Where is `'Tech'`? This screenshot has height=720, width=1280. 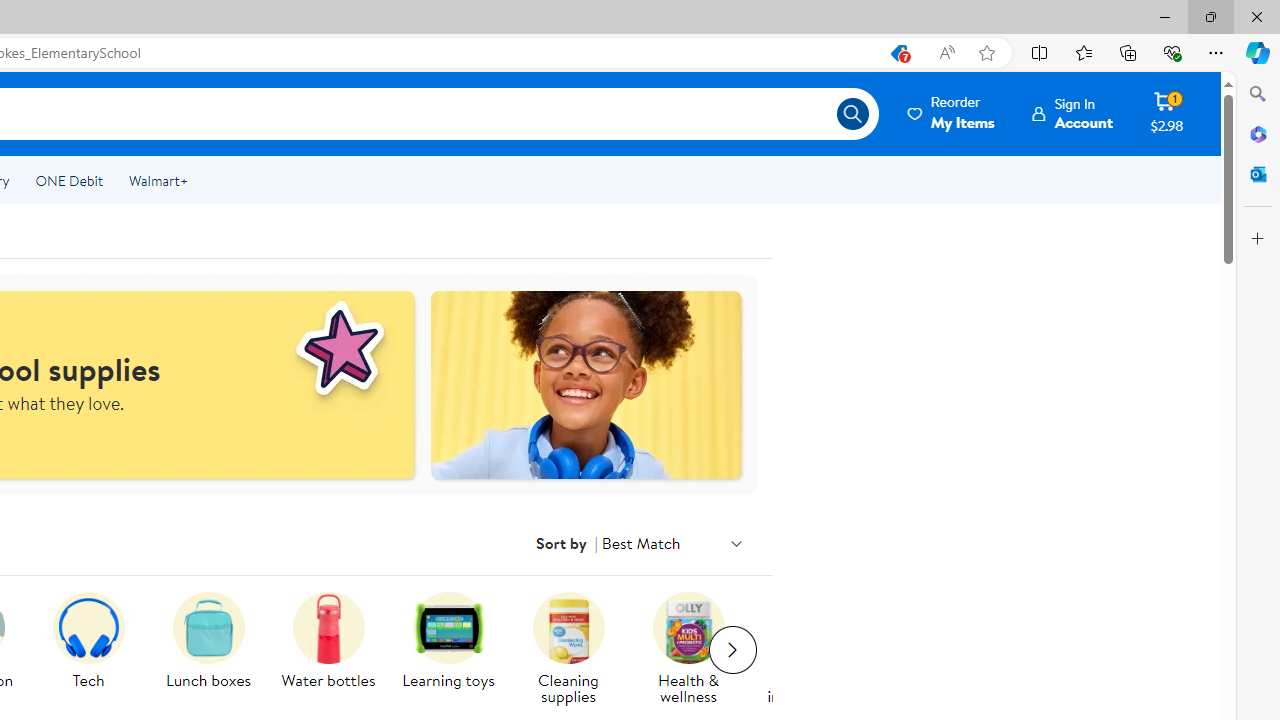 'Tech' is located at coordinates (95, 650).